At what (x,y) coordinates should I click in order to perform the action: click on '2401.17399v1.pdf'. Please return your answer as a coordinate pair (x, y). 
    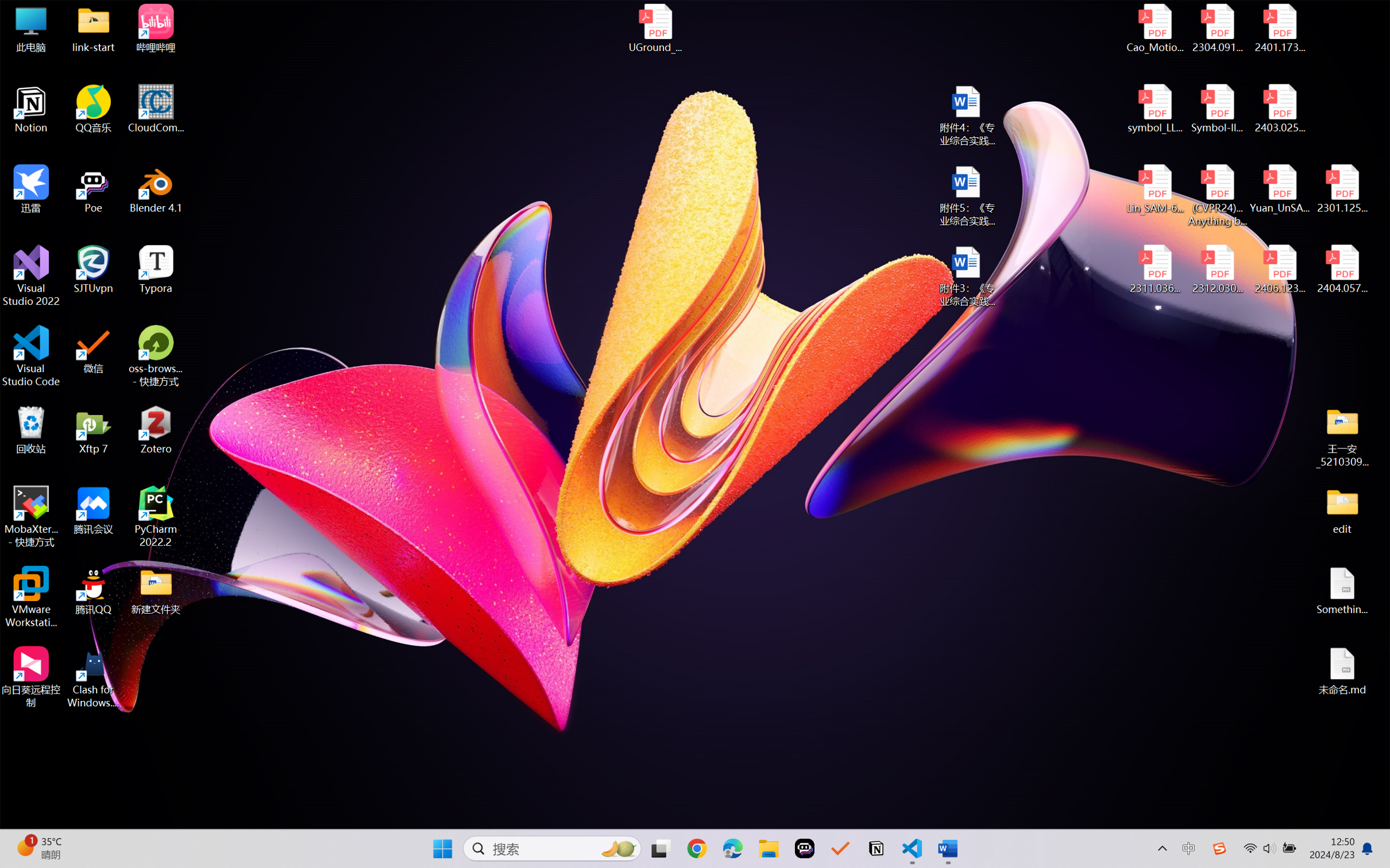
    Looking at the image, I should click on (1279, 28).